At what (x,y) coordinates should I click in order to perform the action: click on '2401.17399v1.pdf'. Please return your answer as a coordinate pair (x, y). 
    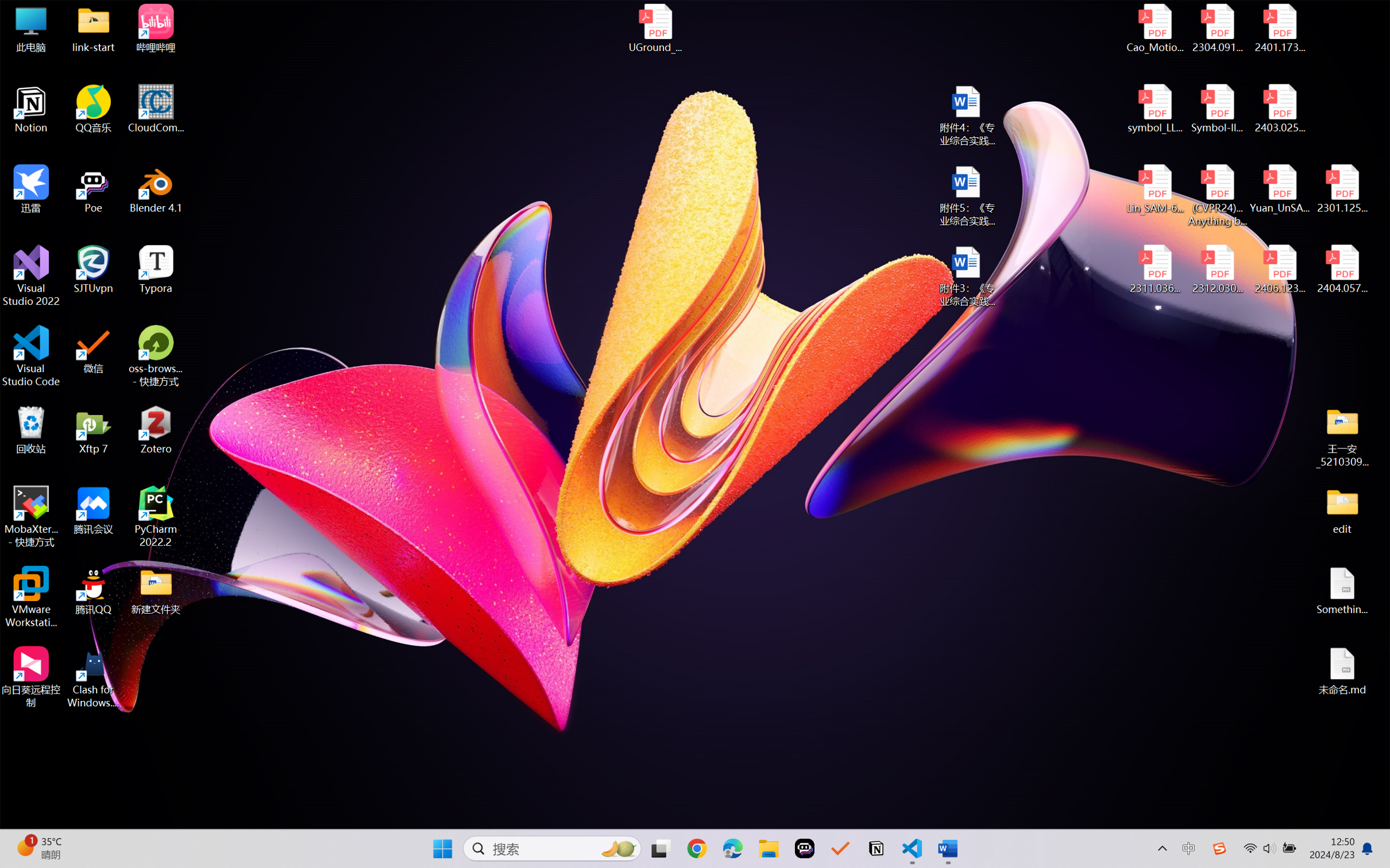
    Looking at the image, I should click on (1279, 28).